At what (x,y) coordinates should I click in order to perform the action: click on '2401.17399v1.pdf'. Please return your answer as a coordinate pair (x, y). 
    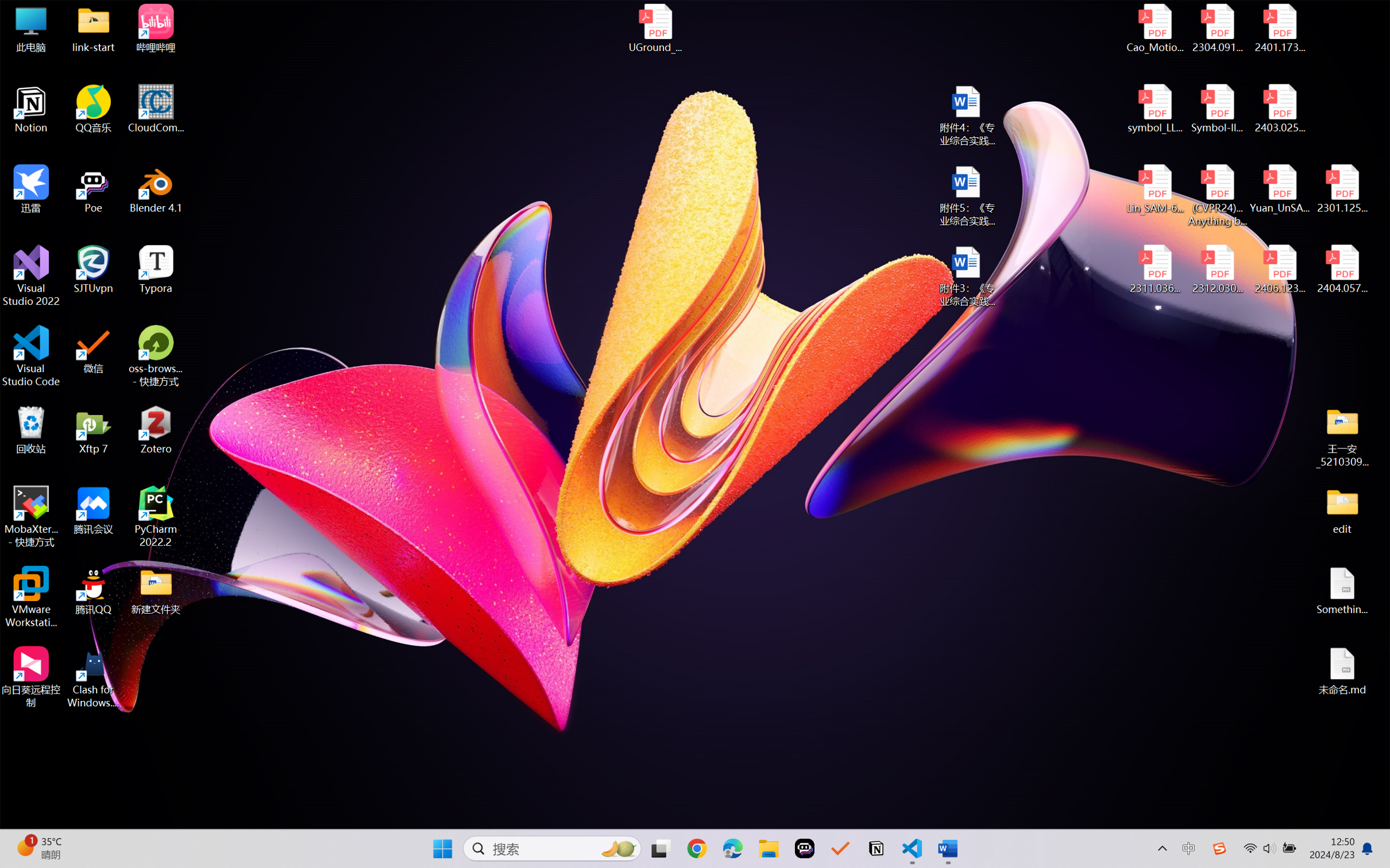
    Looking at the image, I should click on (1279, 28).